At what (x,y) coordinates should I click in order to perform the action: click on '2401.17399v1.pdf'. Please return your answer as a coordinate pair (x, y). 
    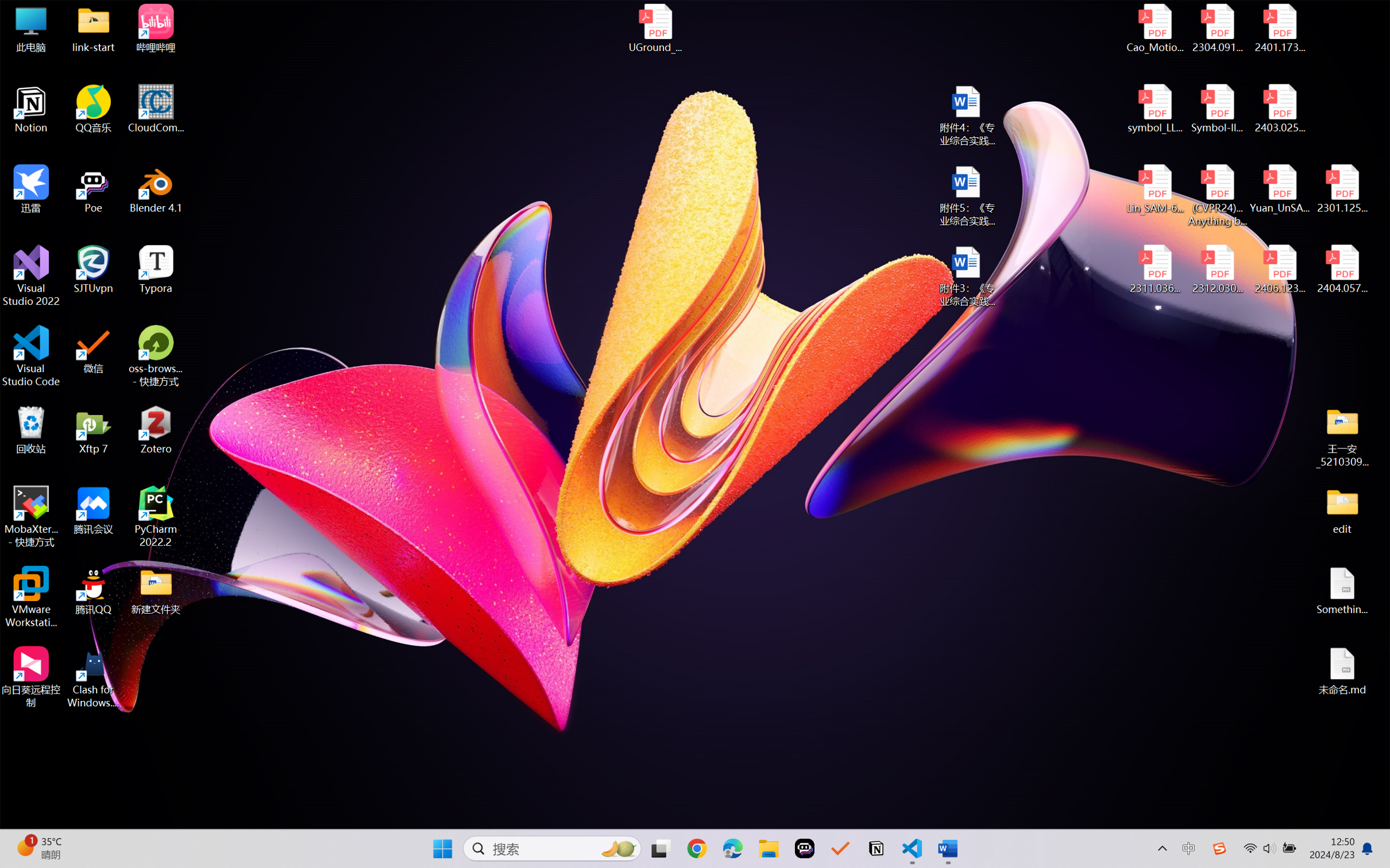
    Looking at the image, I should click on (1279, 28).